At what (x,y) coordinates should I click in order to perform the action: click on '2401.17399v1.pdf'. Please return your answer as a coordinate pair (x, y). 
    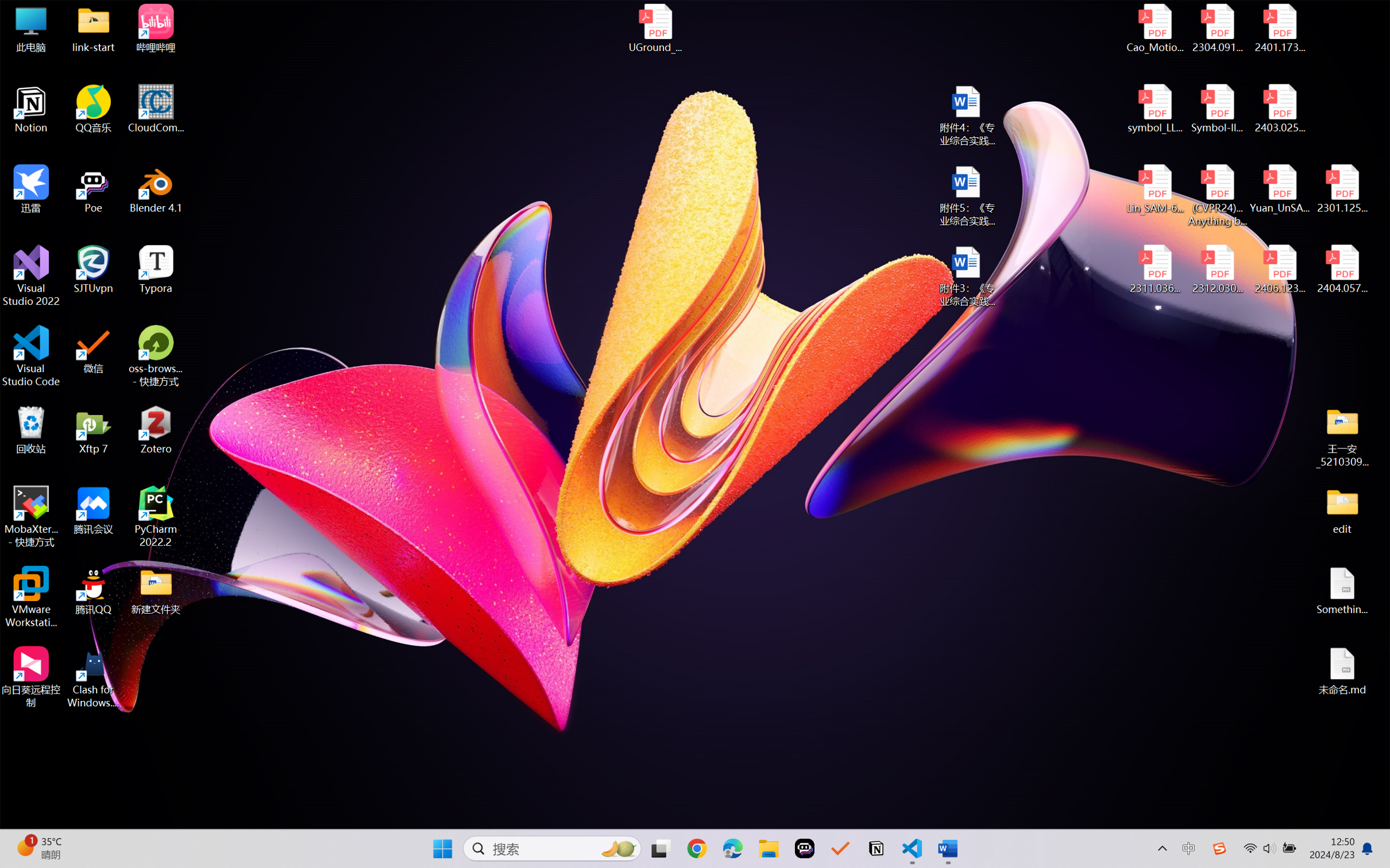
    Looking at the image, I should click on (1279, 28).